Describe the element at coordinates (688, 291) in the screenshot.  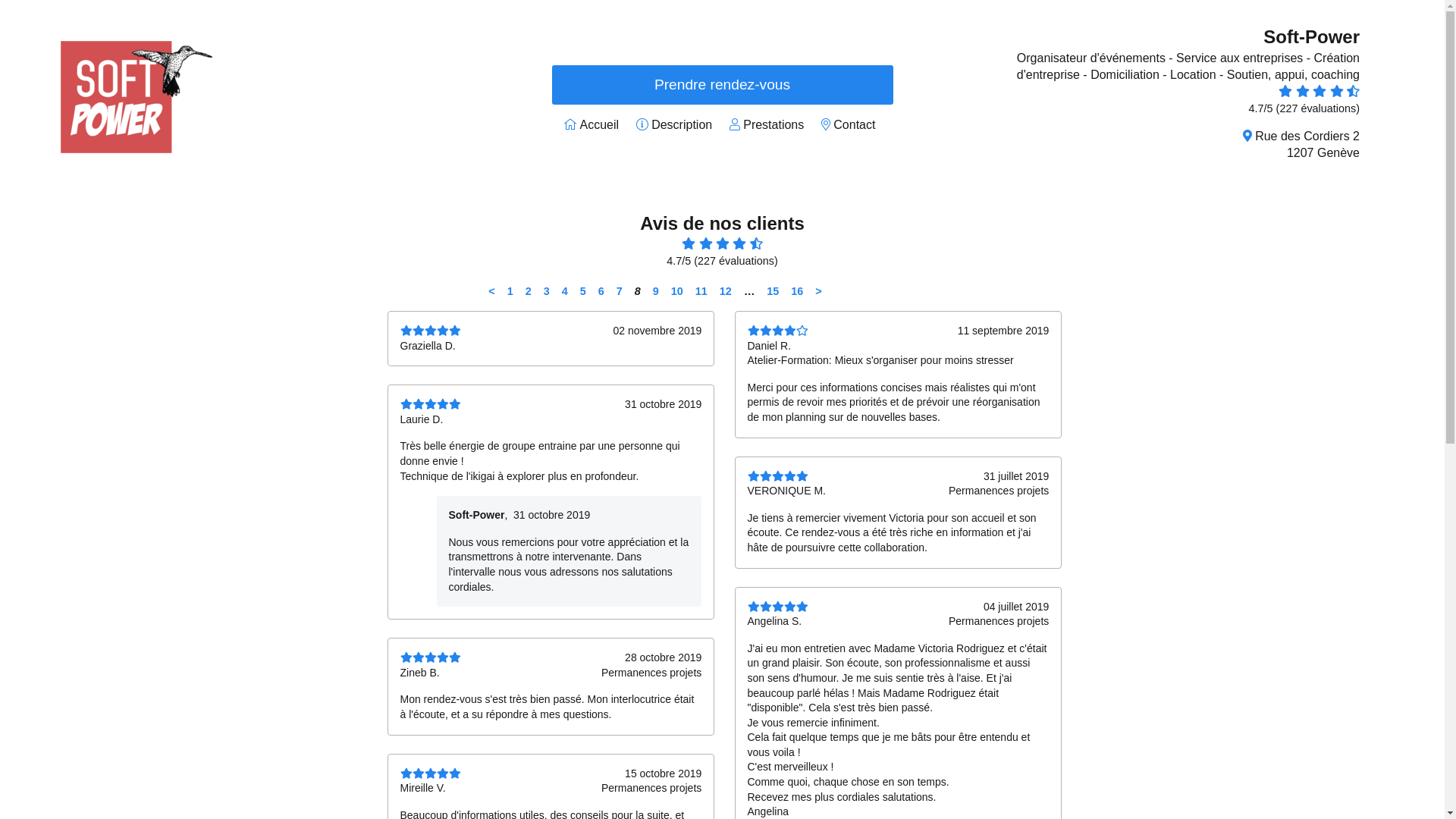
I see `'11'` at that location.